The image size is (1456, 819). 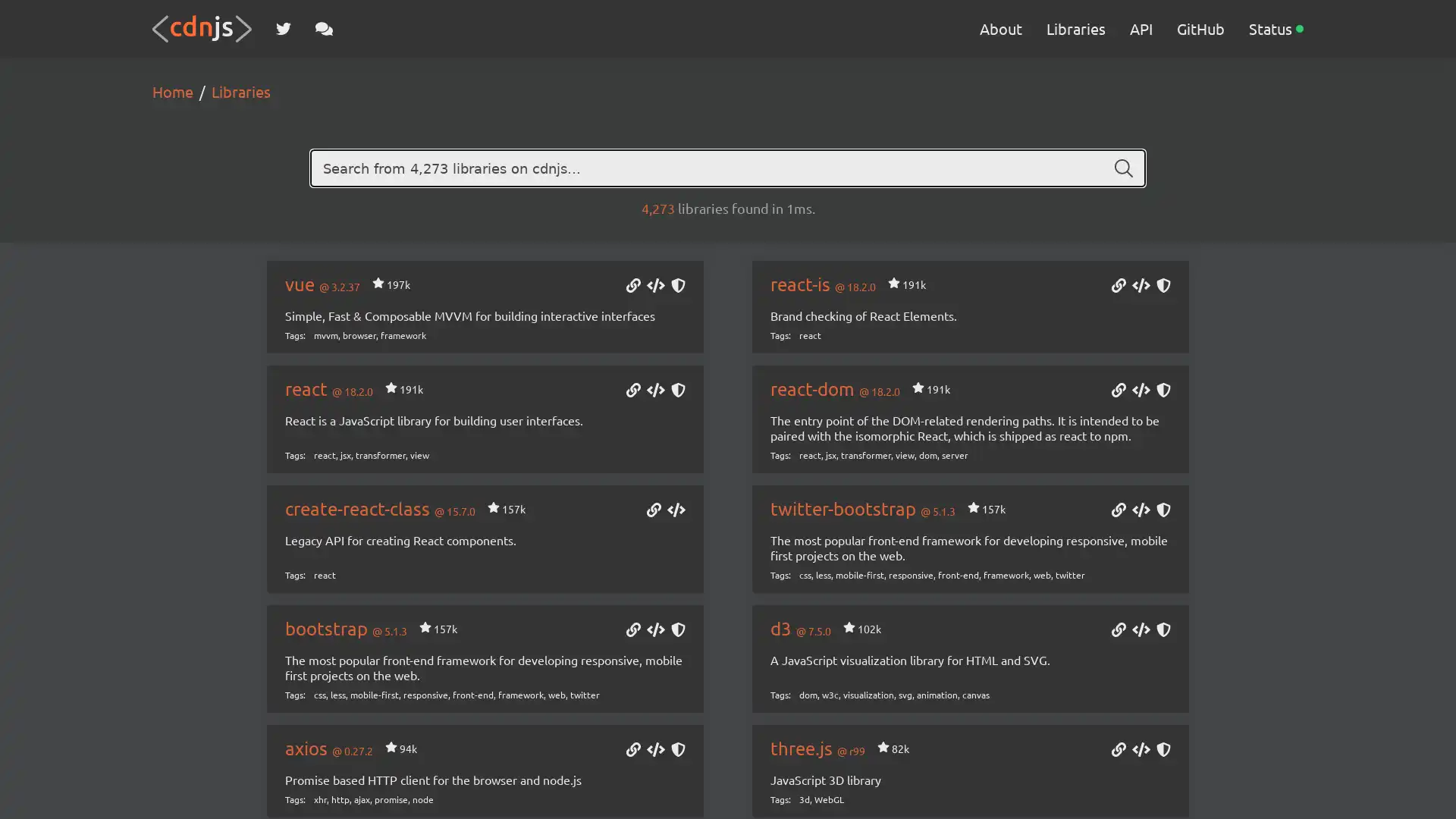 What do you see at coordinates (1140, 751) in the screenshot?
I see `Copy Script Tag` at bounding box center [1140, 751].